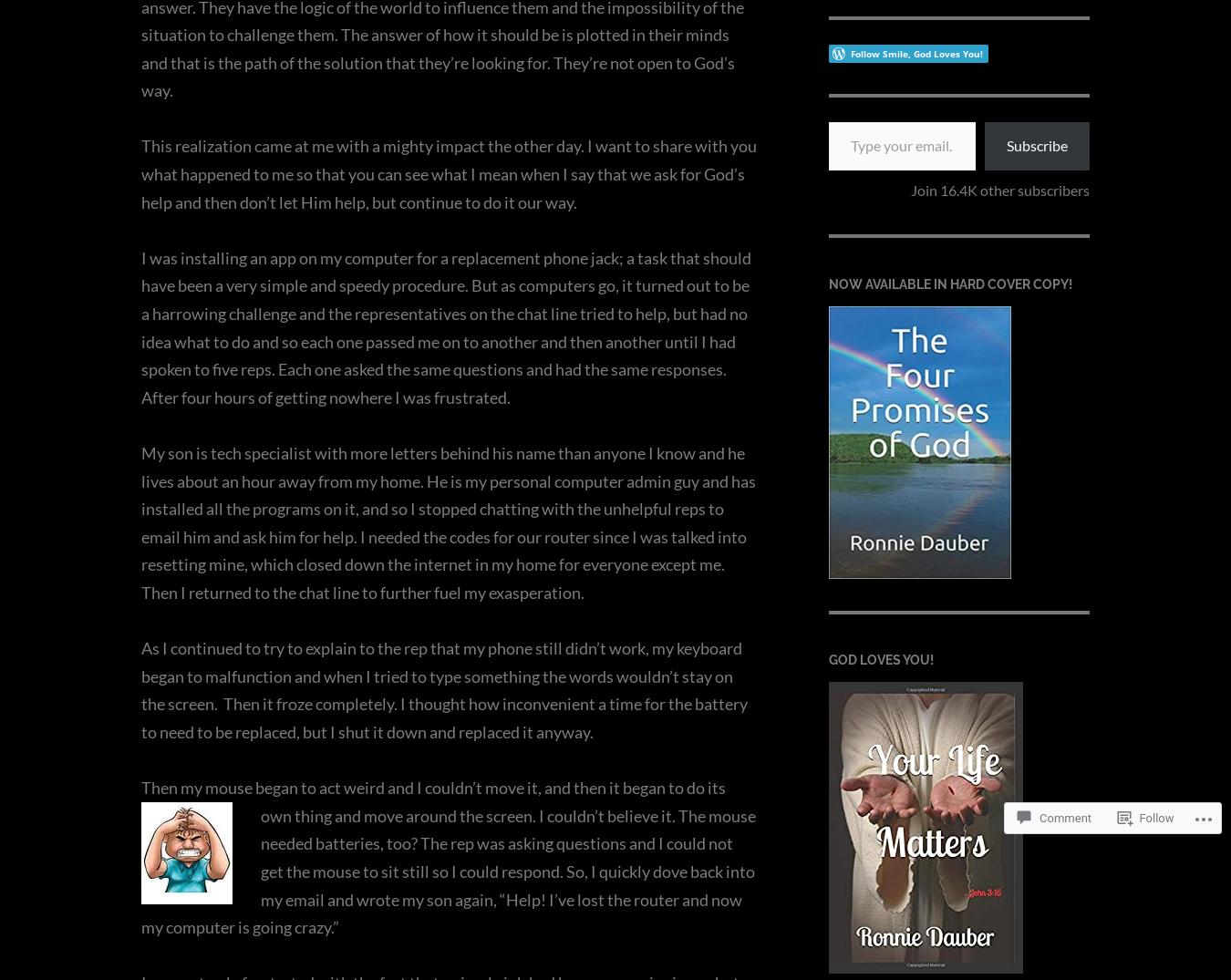 The width and height of the screenshot is (1231, 980). Describe the element at coordinates (448, 173) in the screenshot. I see `'This realization came at me with a mighty impact the other day. I want to share with you what happened to me so that you can see what I mean when I say that we ask for God’s help and then don’t let Him help, but continue to do it our way.'` at that location.